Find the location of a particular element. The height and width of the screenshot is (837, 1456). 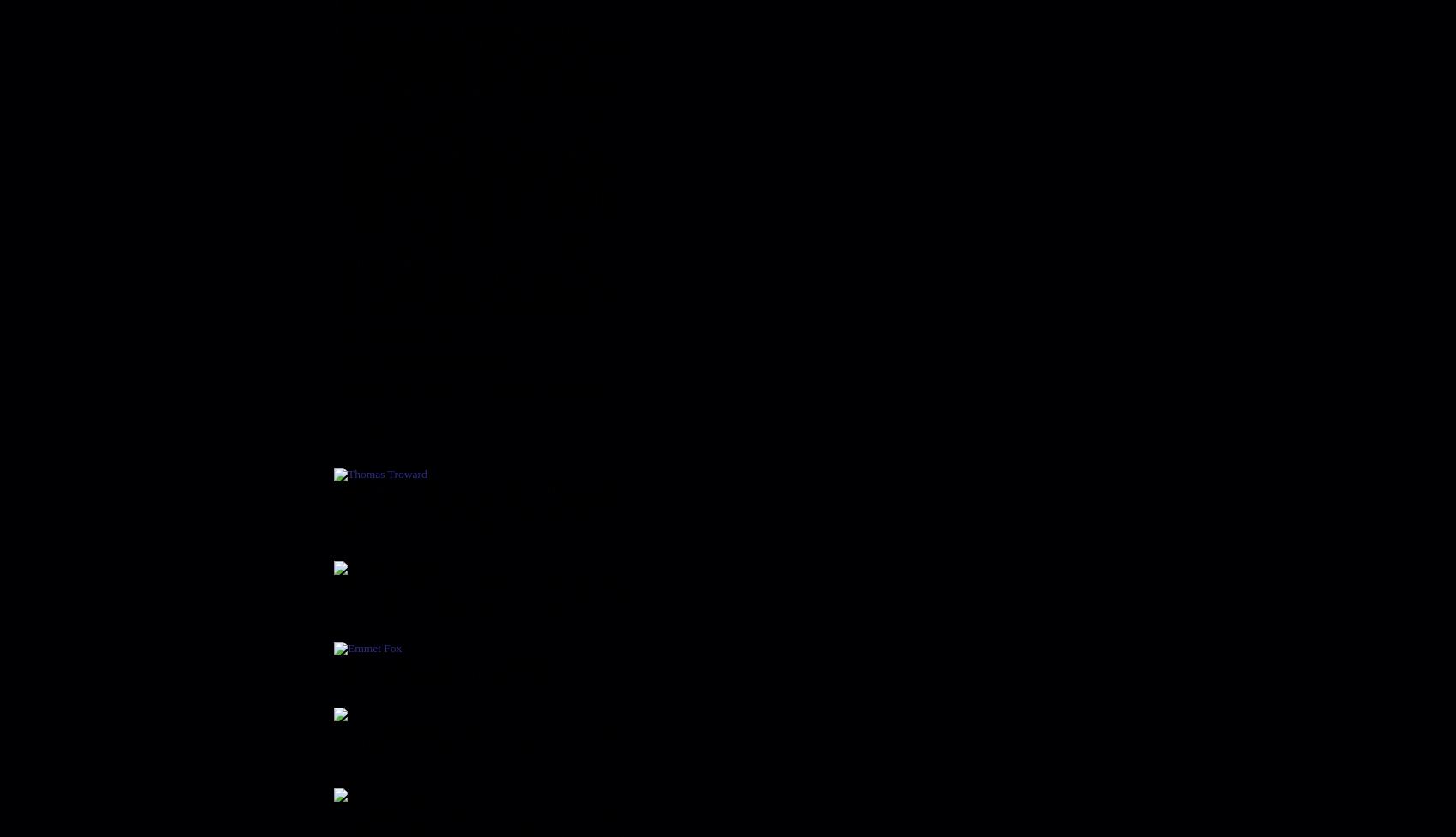

'Great thinking from some fine people...' is located at coordinates (425, 433).